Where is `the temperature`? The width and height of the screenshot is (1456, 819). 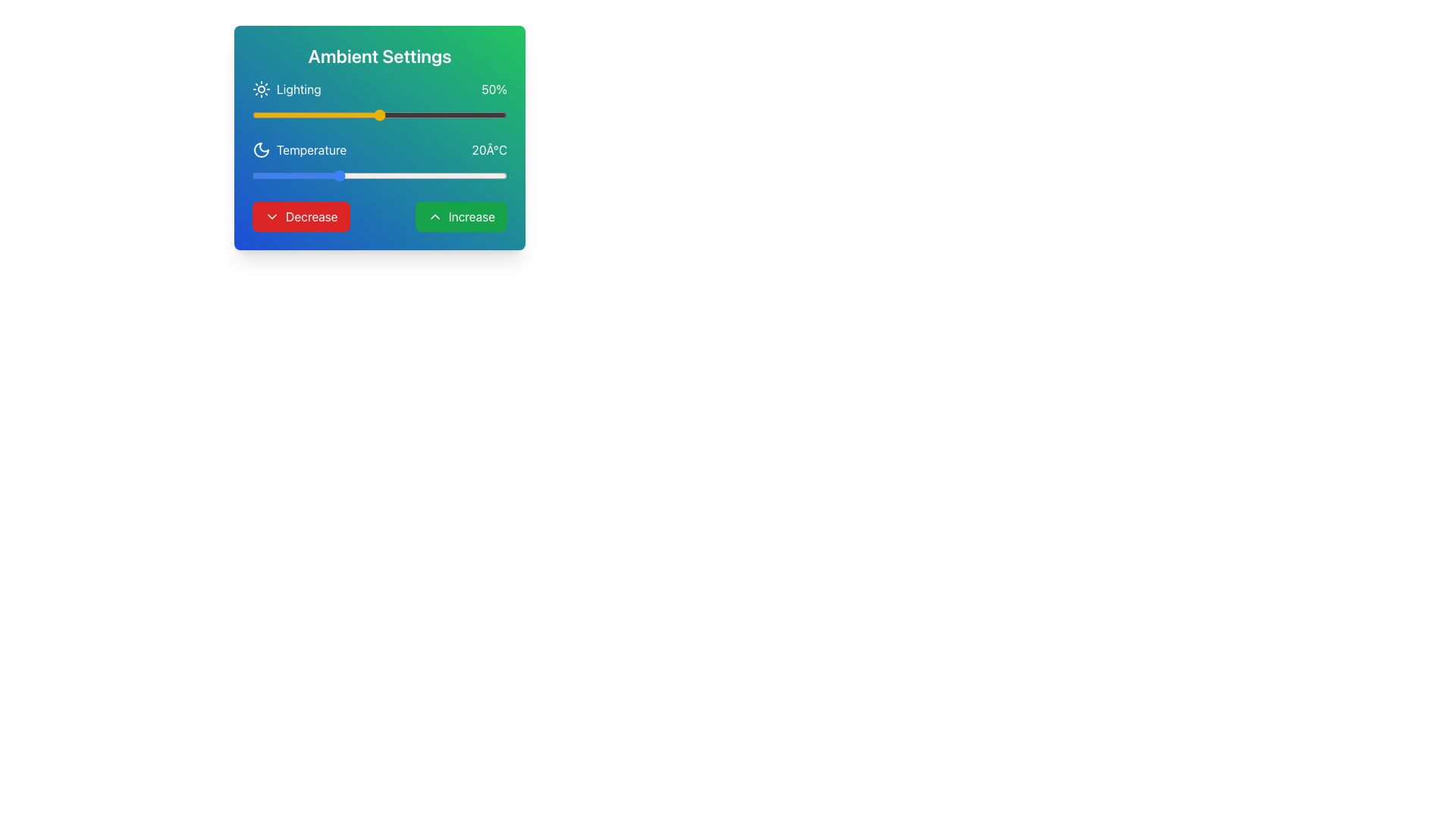
the temperature is located at coordinates (286, 174).